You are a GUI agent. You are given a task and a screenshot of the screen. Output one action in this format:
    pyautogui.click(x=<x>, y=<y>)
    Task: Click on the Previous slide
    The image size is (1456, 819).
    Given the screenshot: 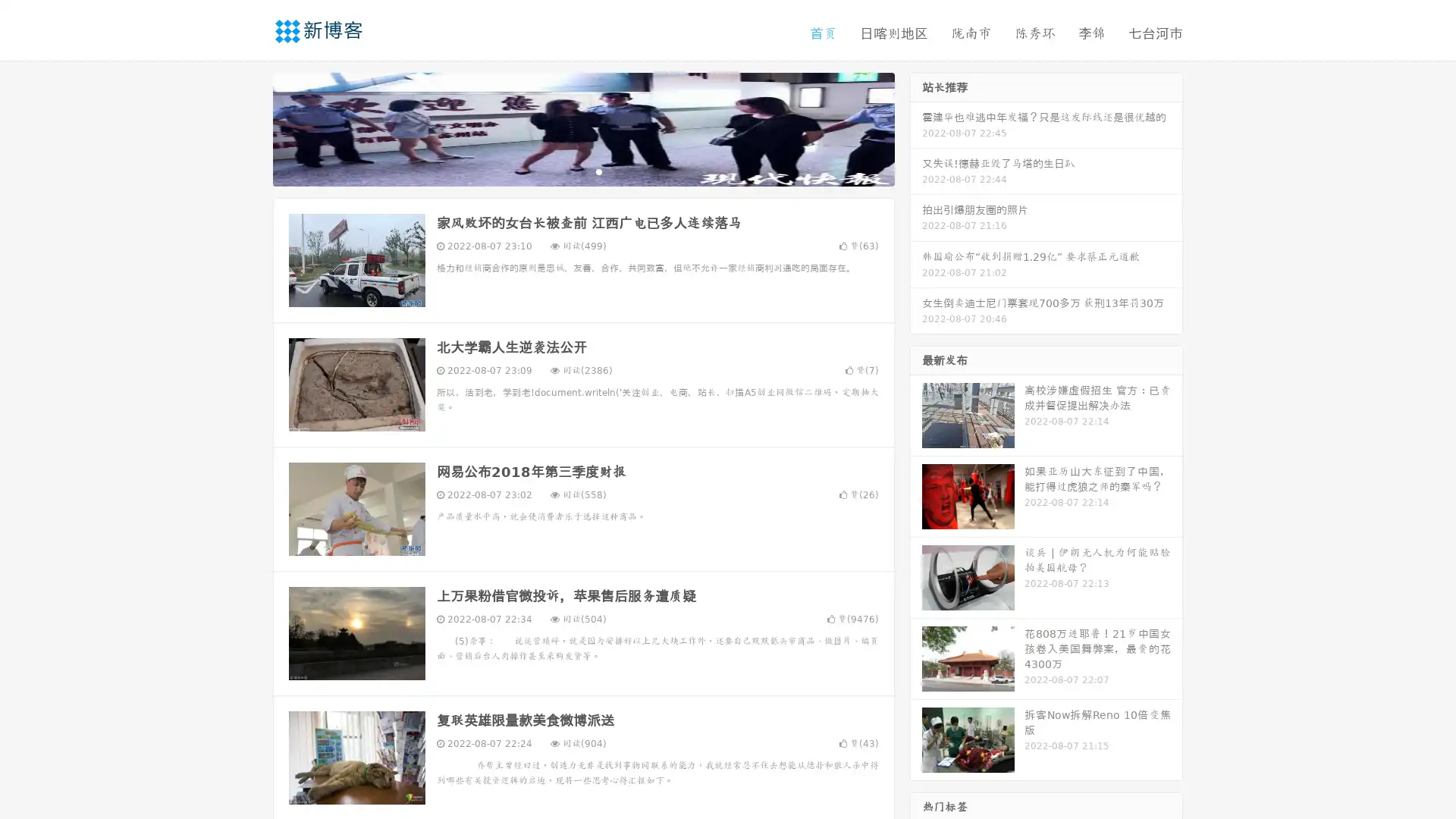 What is the action you would take?
    pyautogui.click(x=250, y=127)
    